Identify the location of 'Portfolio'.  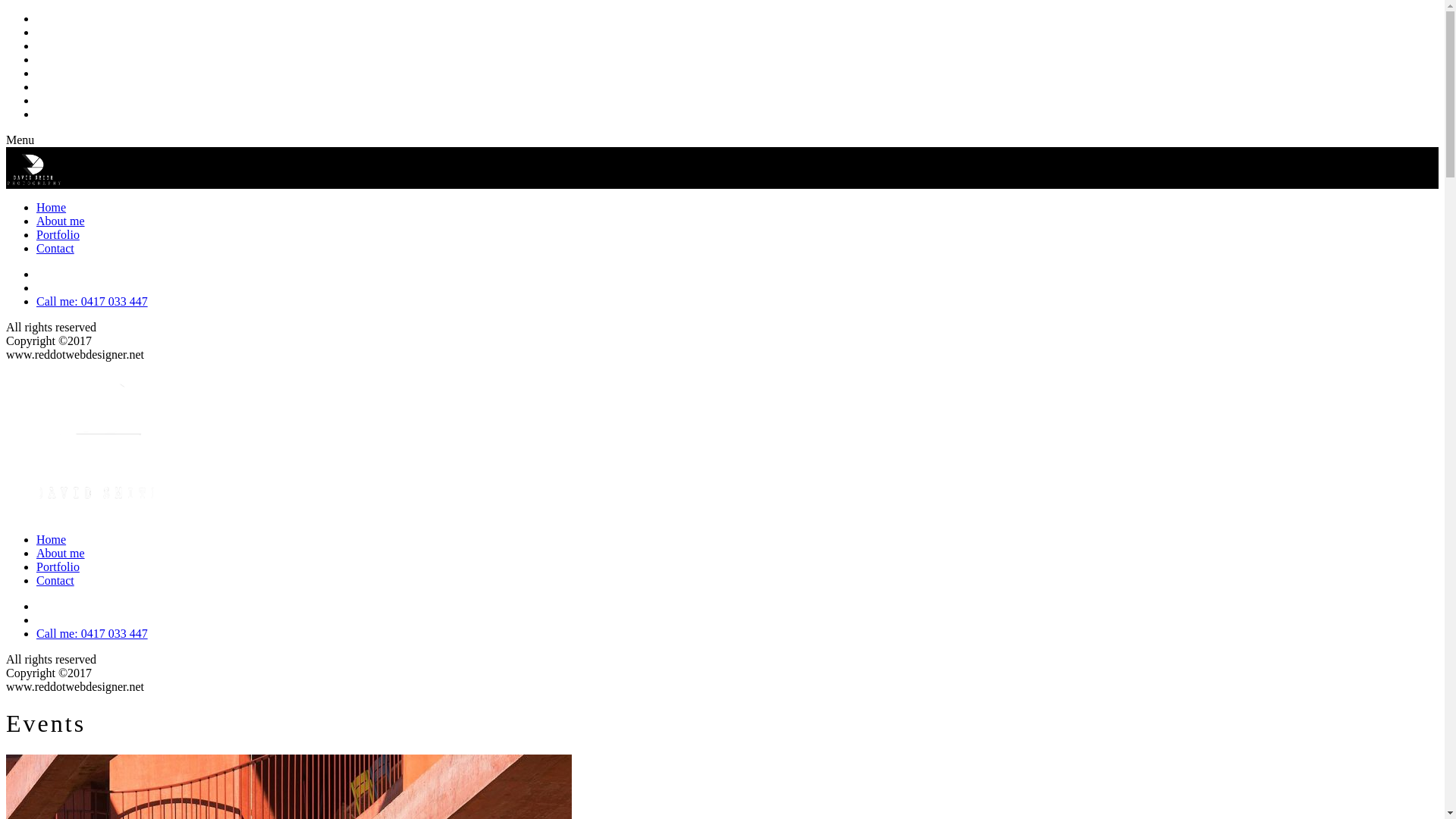
(58, 234).